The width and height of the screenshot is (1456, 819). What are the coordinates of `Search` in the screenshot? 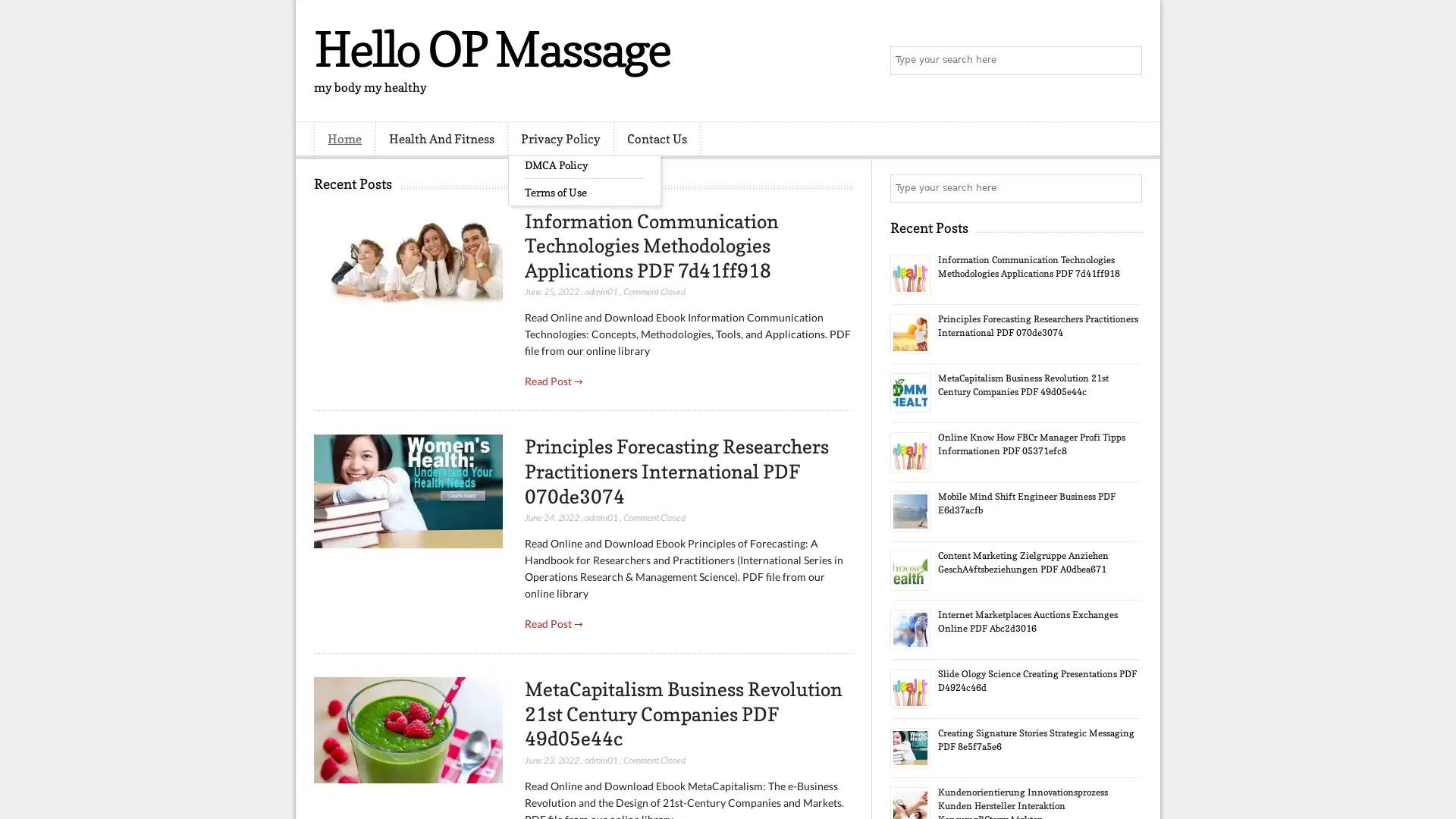 It's located at (1126, 61).